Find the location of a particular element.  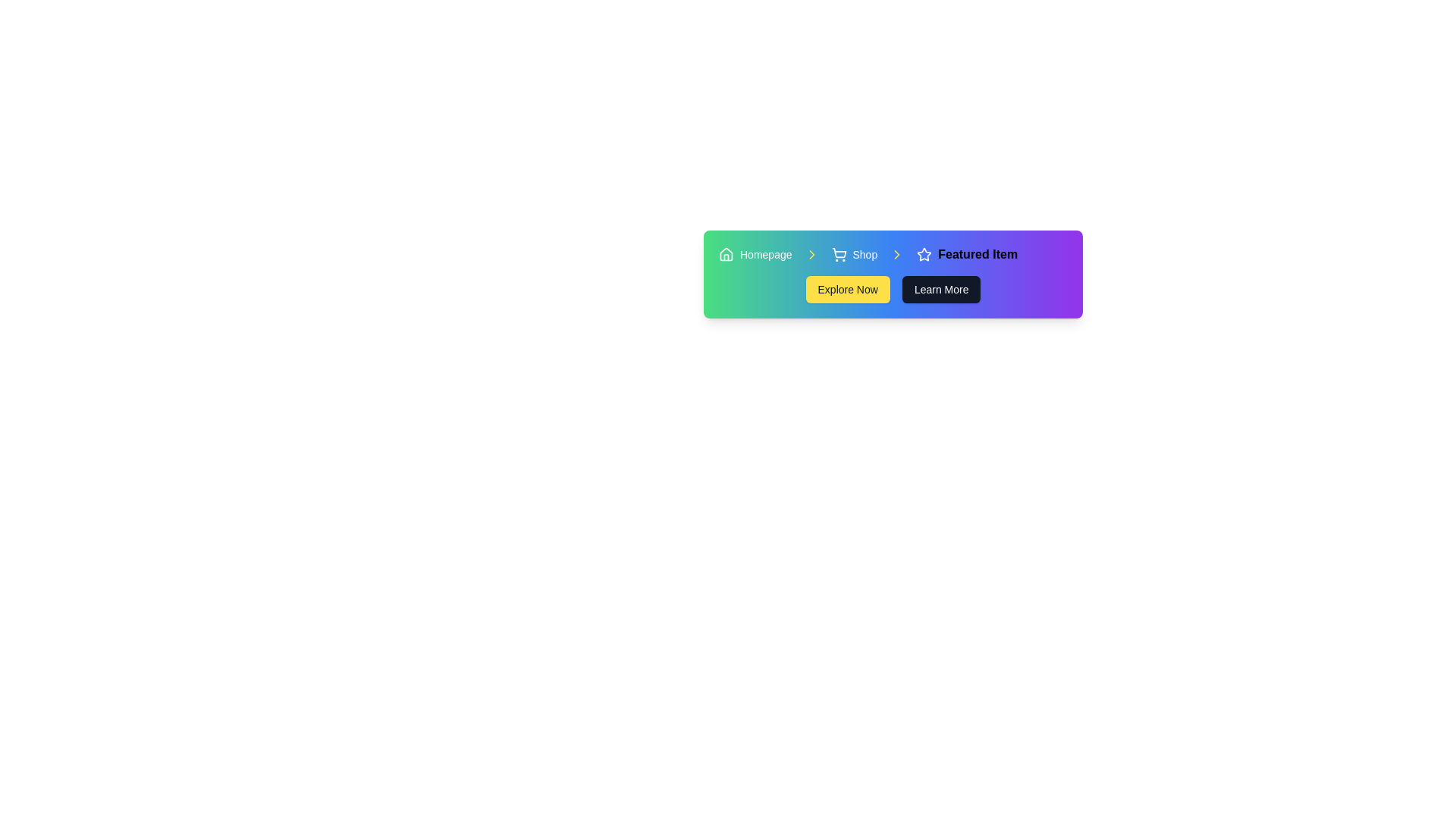

the 'Explore Now' button, which has rounded corners, a yellow background, and black text is located at coordinates (847, 289).